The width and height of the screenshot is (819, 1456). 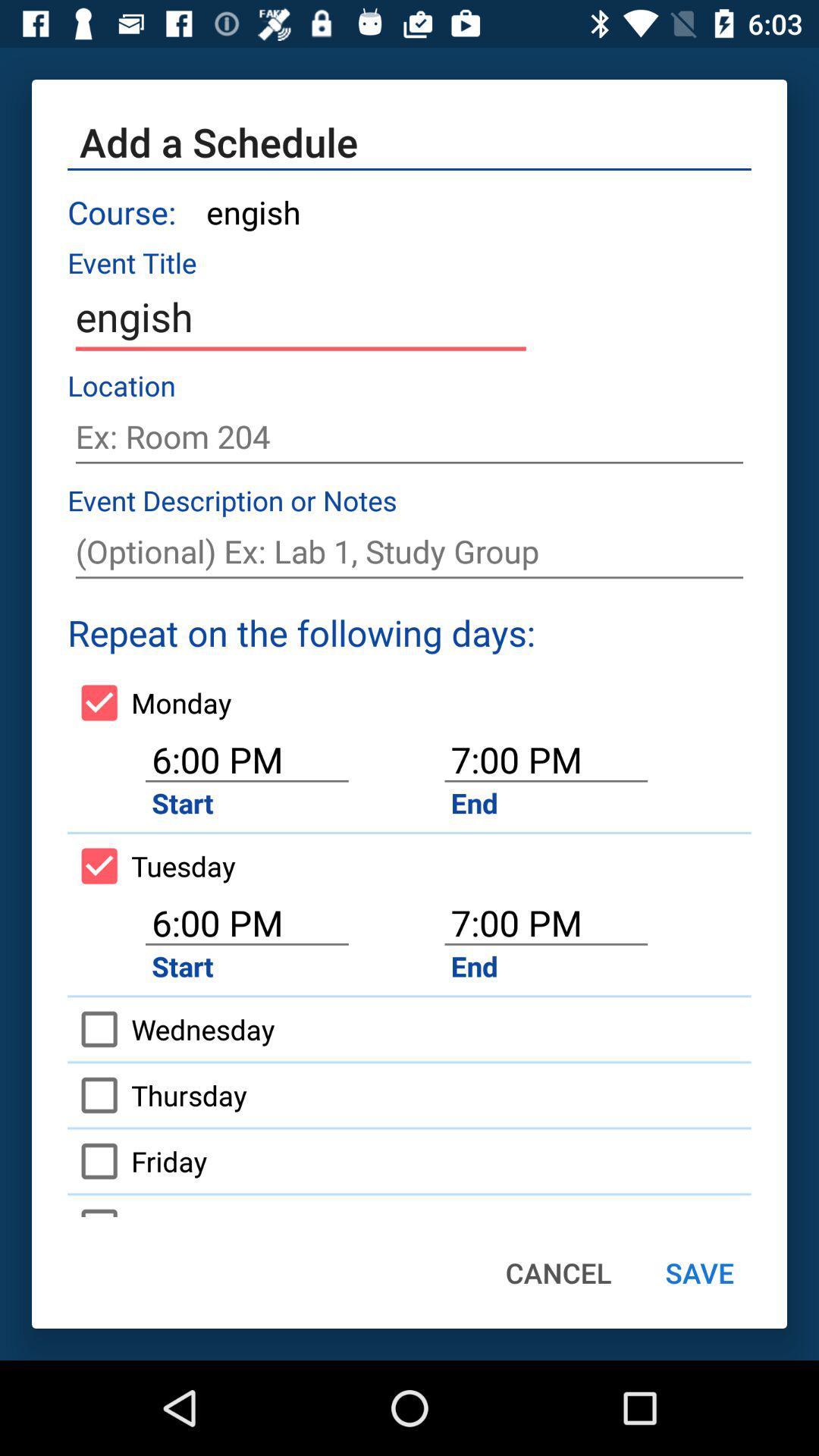 What do you see at coordinates (151, 866) in the screenshot?
I see `item to the left of the 7:00 pm` at bounding box center [151, 866].